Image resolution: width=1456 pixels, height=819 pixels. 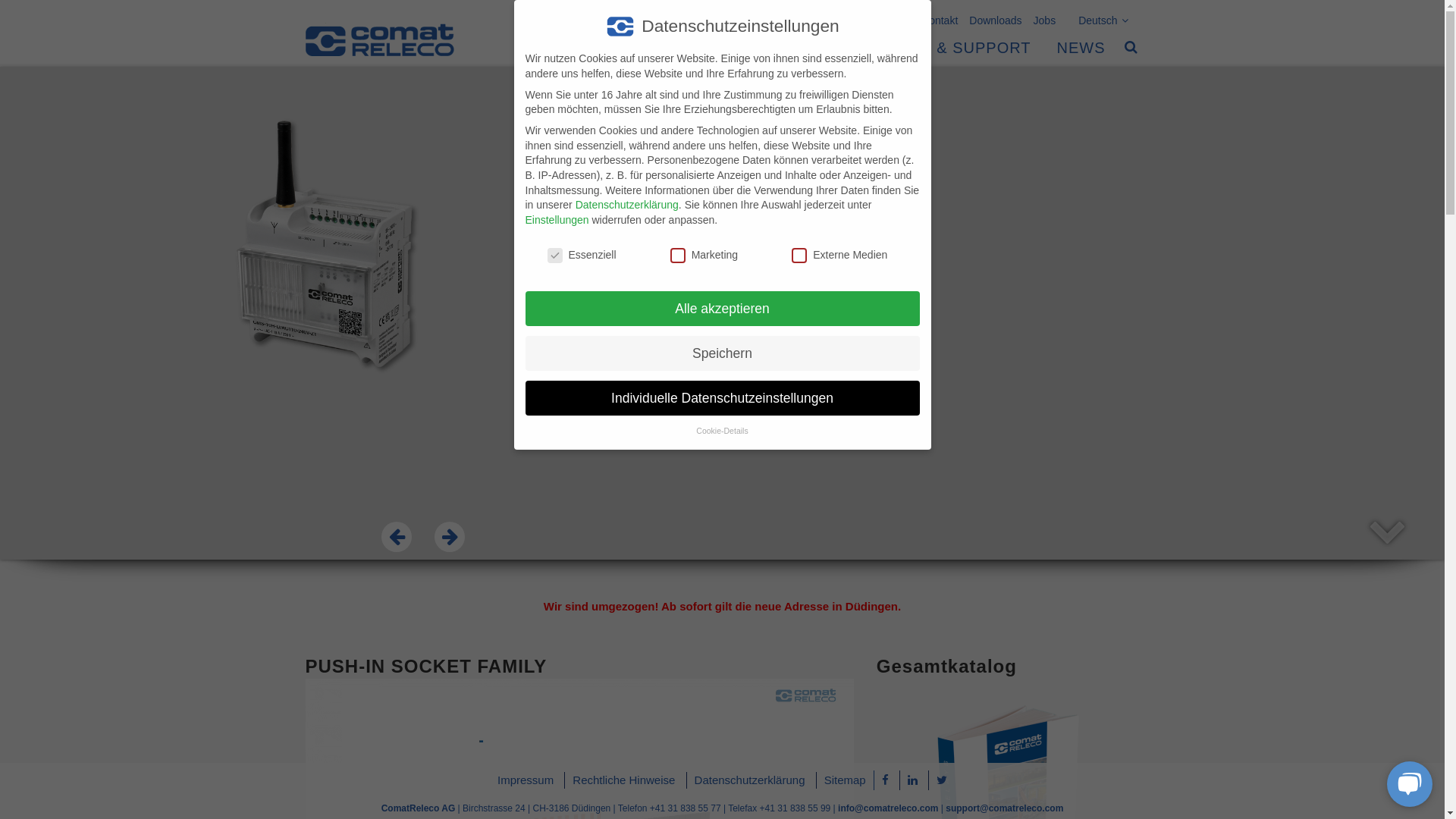 I want to click on 'Kontakt', so click(x=934, y=17).